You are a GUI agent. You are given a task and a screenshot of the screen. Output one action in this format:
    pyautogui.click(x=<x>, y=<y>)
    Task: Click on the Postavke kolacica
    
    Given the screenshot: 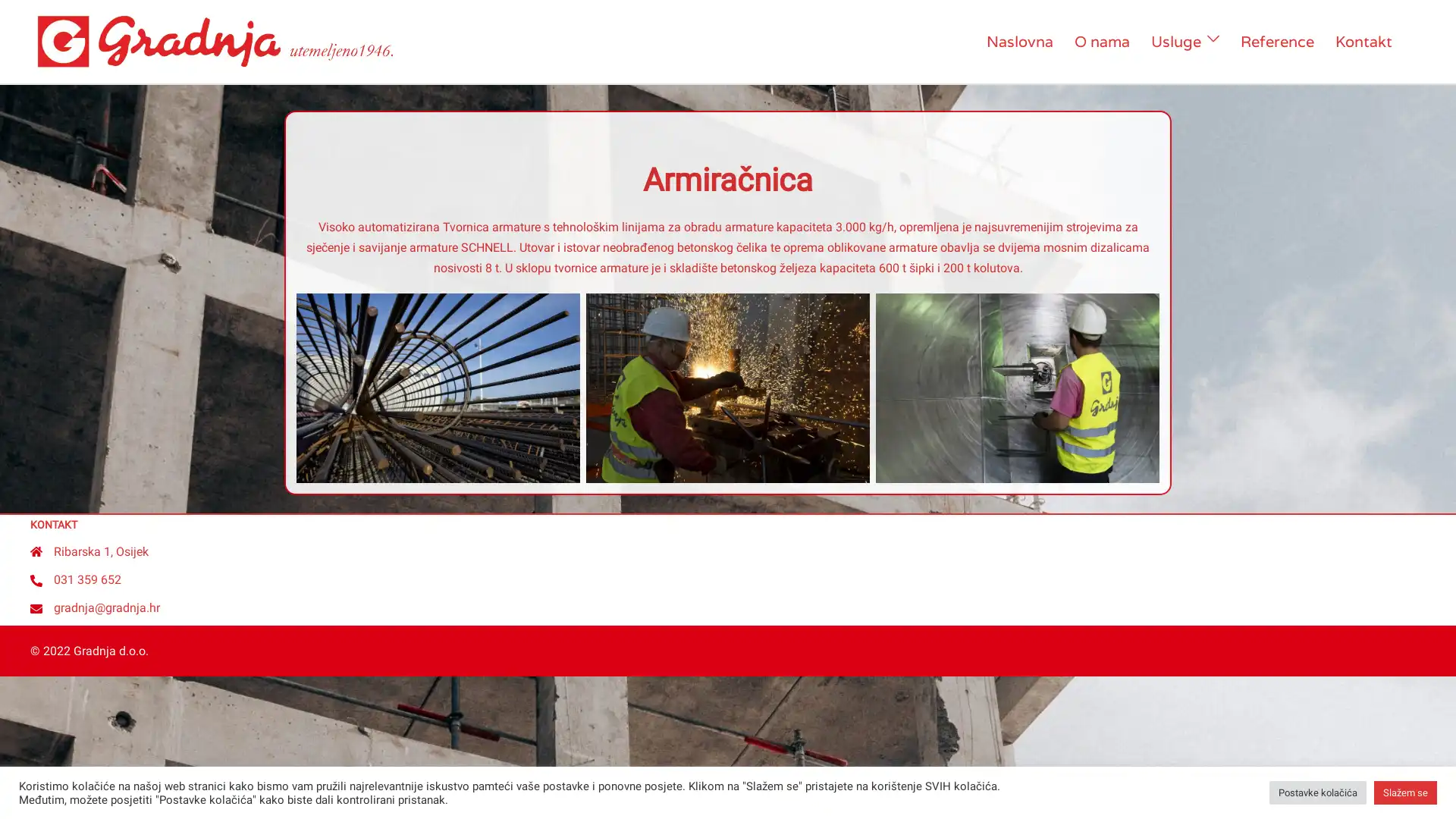 What is the action you would take?
    pyautogui.click(x=1316, y=792)
    